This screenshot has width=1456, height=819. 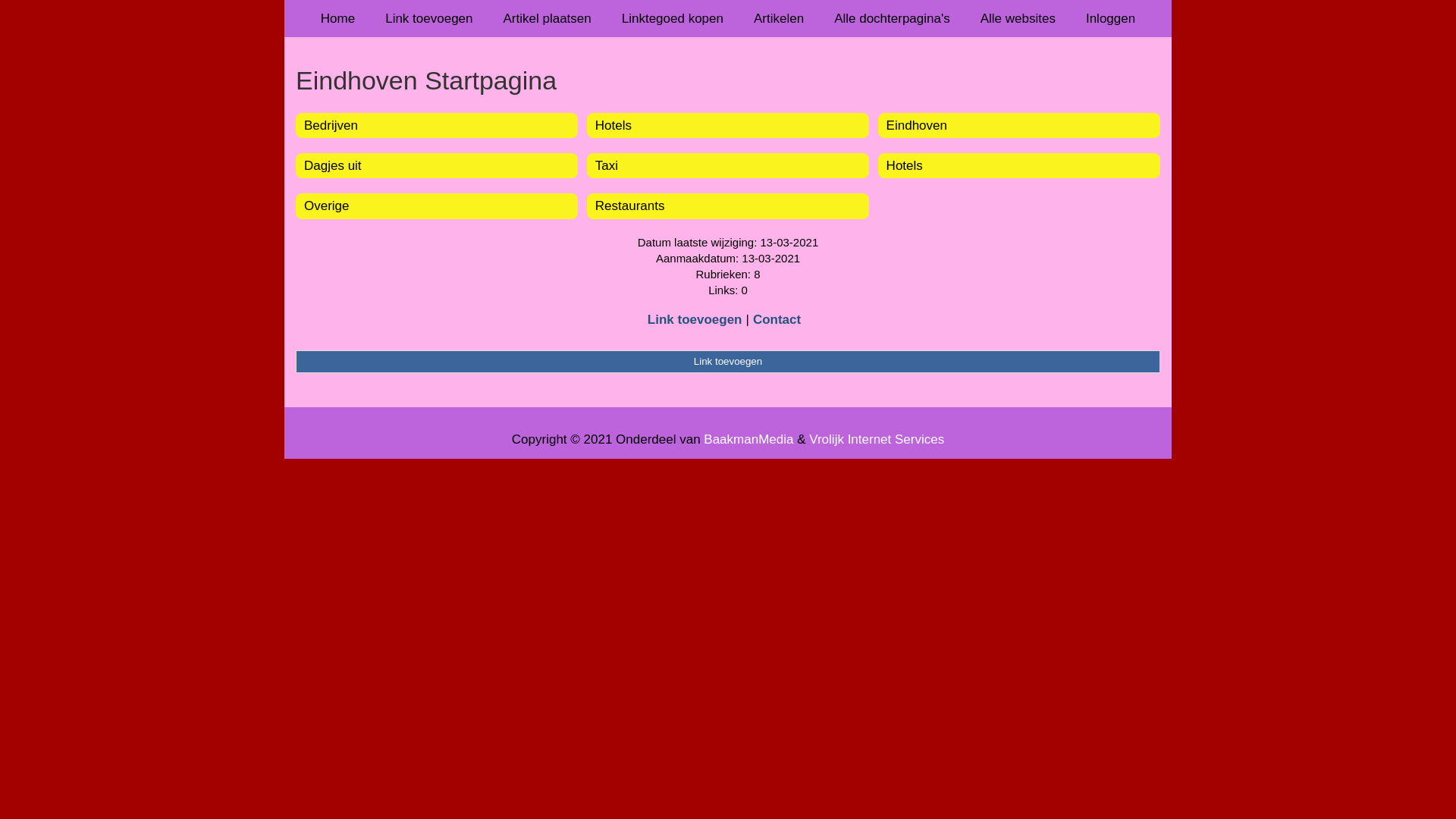 What do you see at coordinates (1110, 18) in the screenshot?
I see `'Inloggen'` at bounding box center [1110, 18].